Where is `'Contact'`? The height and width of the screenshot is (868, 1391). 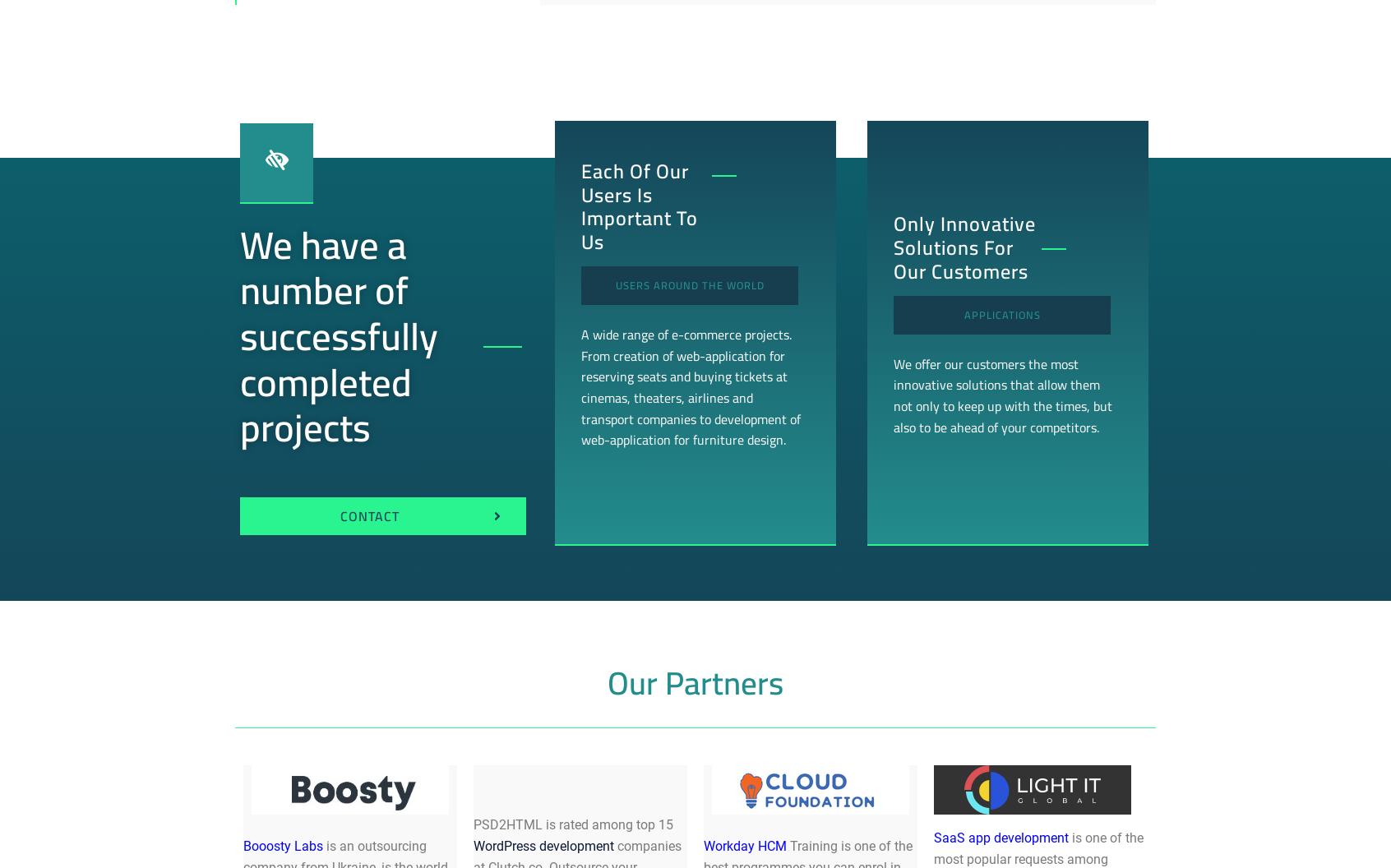
'Contact' is located at coordinates (368, 515).